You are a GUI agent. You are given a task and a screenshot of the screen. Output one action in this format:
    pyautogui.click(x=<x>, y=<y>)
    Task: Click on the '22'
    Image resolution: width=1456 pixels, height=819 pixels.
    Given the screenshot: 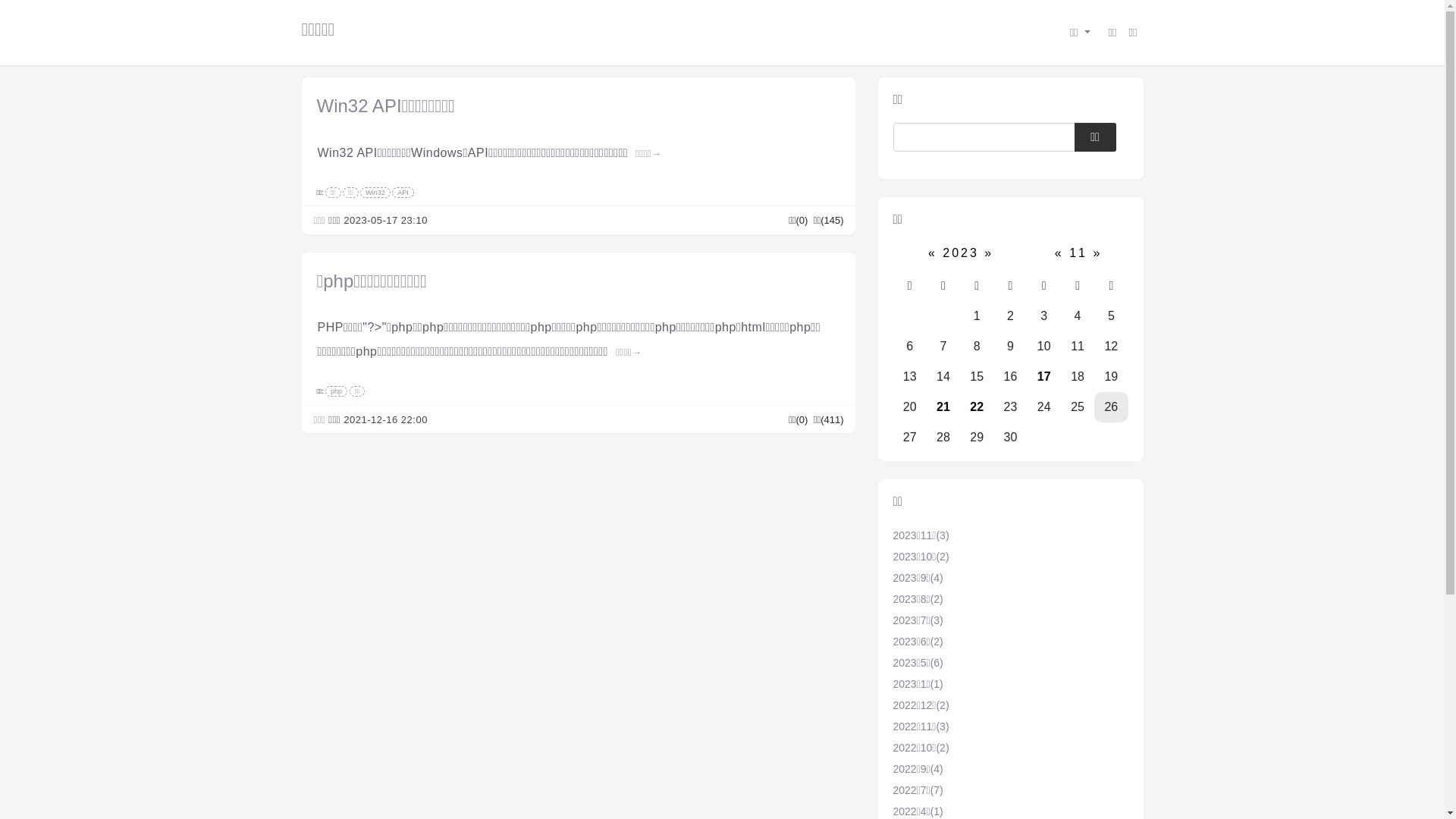 What is the action you would take?
    pyautogui.click(x=976, y=406)
    